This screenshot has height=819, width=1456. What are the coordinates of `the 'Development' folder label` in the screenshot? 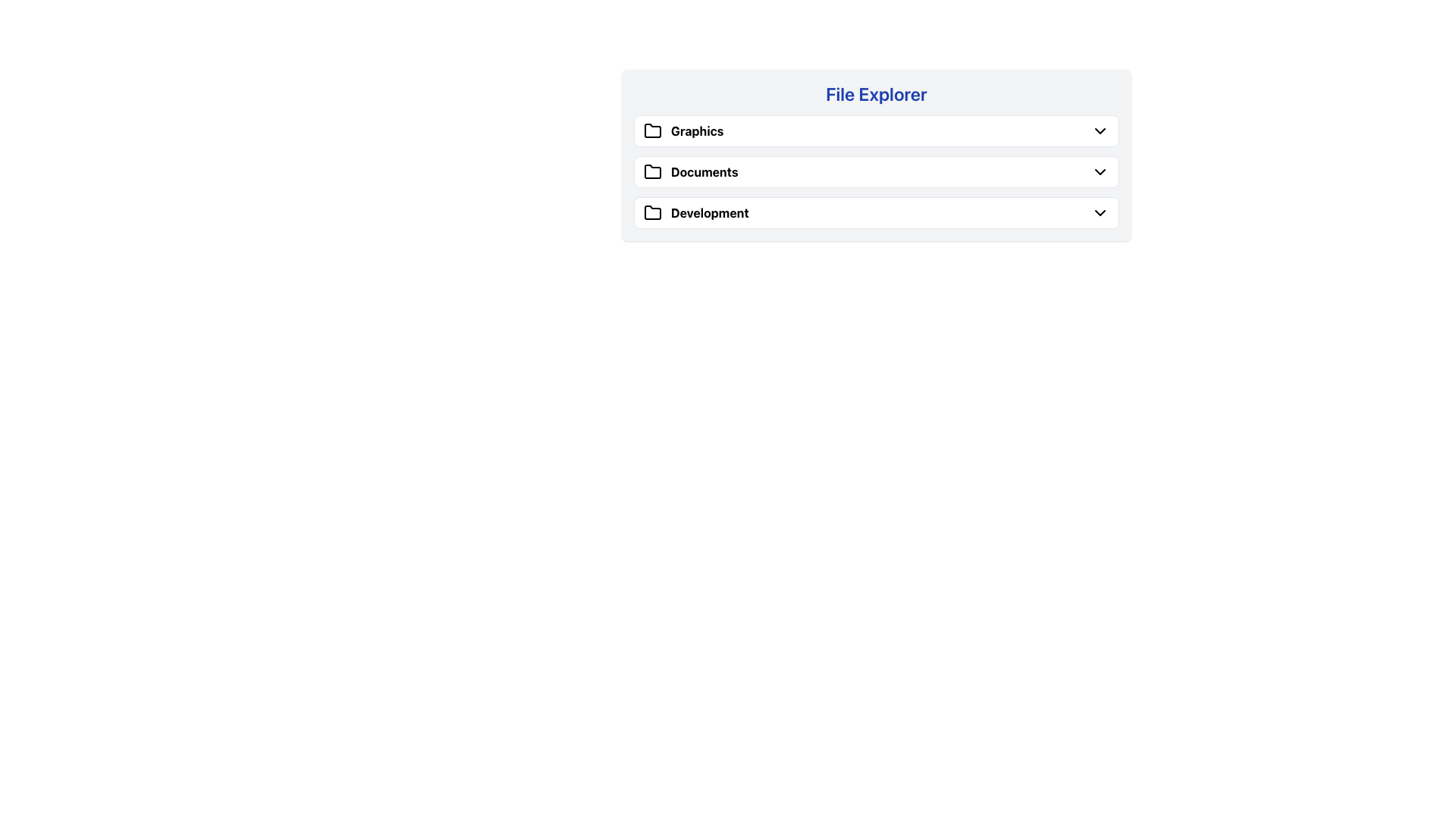 It's located at (709, 213).